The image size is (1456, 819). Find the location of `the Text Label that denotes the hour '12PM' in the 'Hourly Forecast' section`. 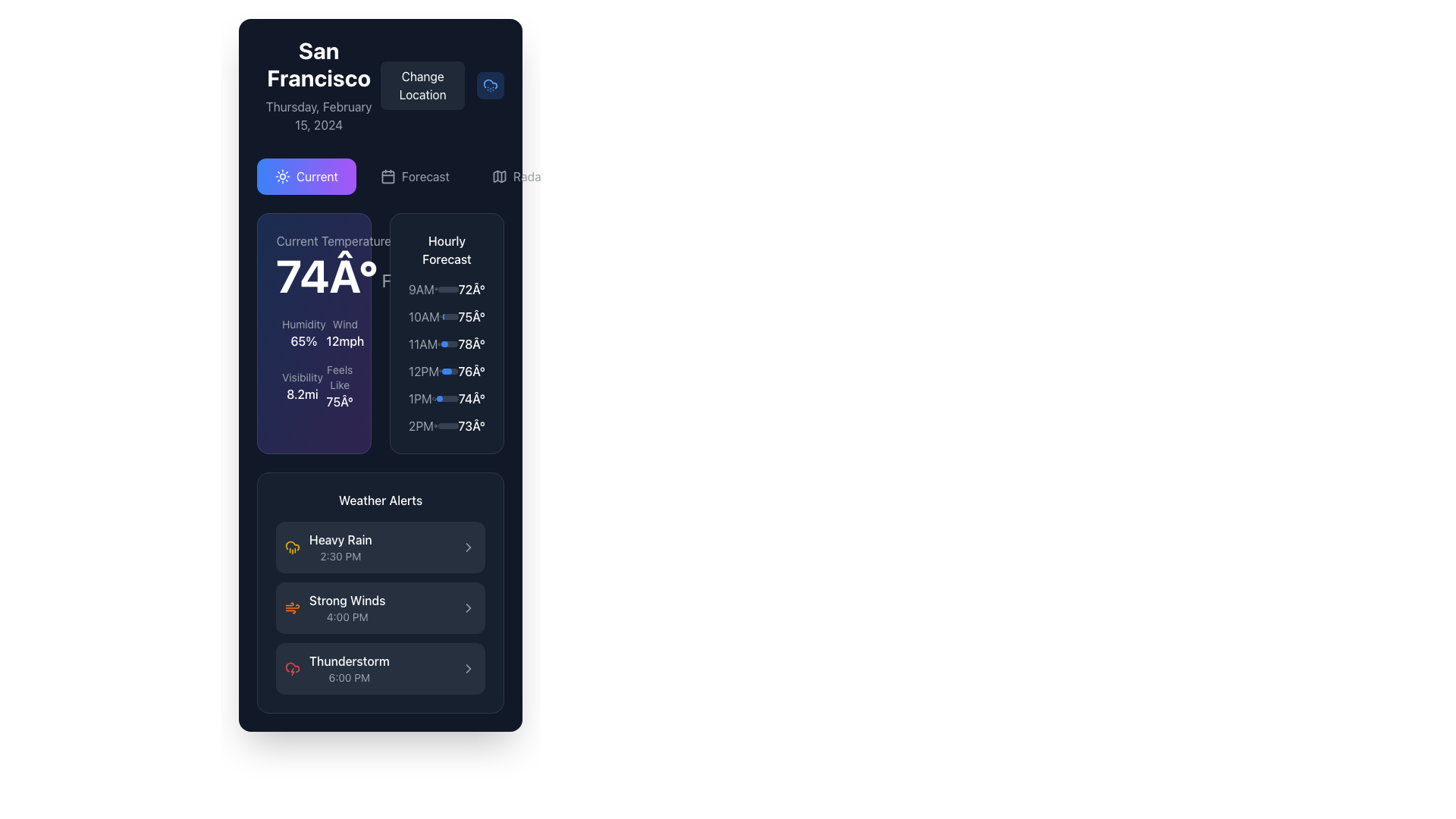

the Text Label that denotes the hour '12PM' in the 'Hourly Forecast' section is located at coordinates (423, 371).